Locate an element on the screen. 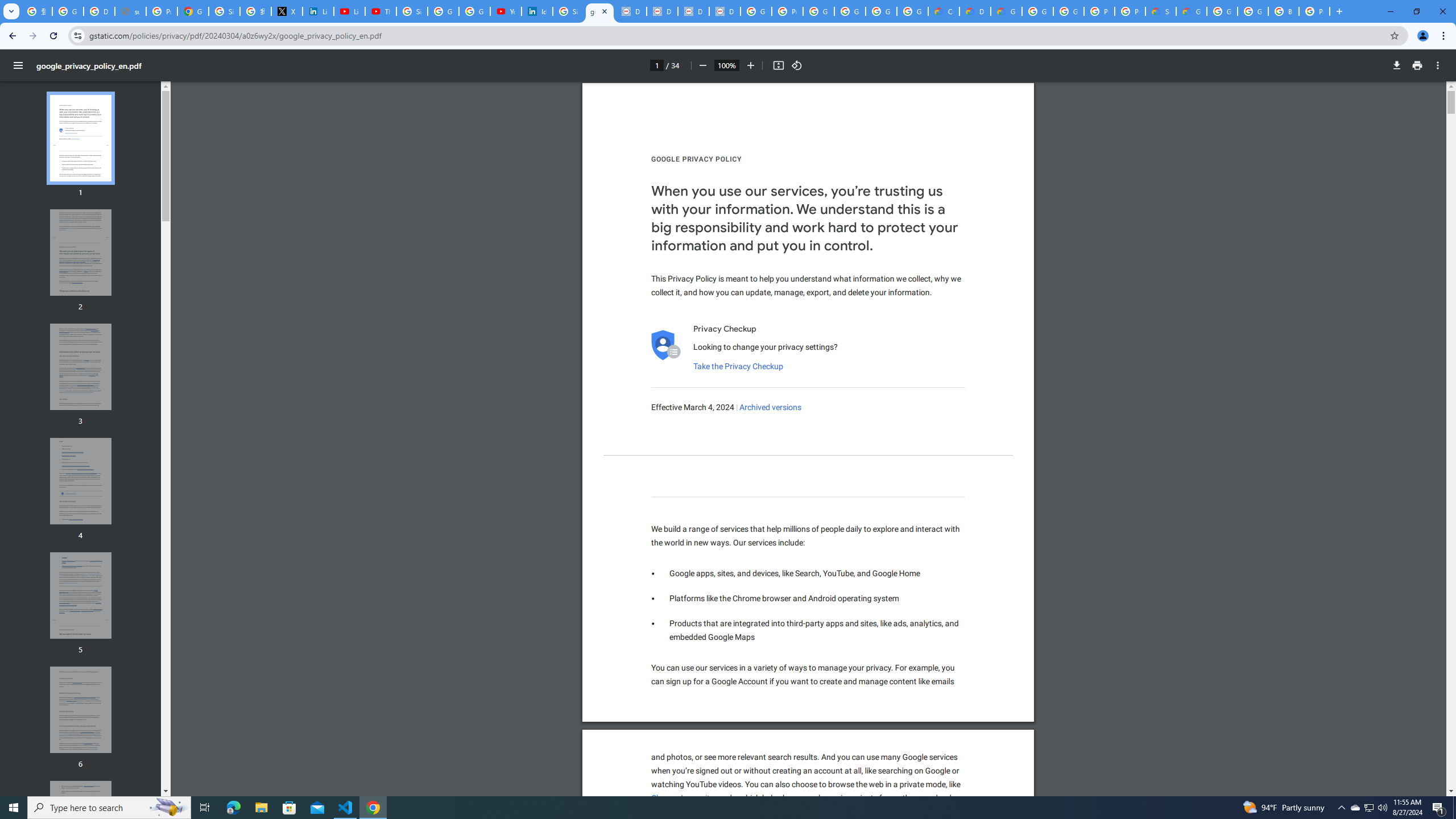 This screenshot has height=819, width=1456. 'Sign in - Google Accounts' is located at coordinates (224, 11).